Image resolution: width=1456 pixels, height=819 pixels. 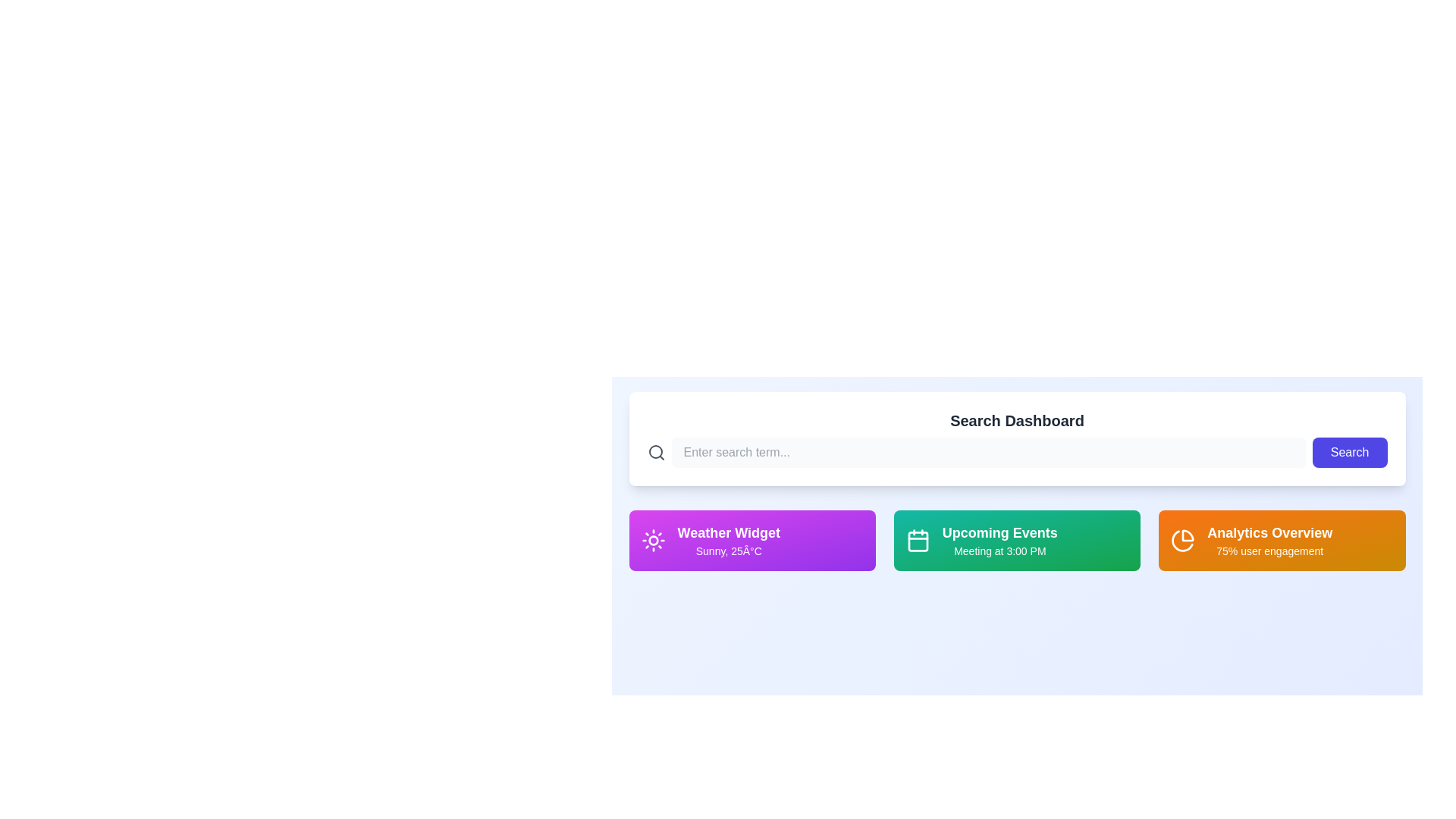 What do you see at coordinates (653, 540) in the screenshot?
I see `the sun icon representing sunny weather, which is located in the 'Weather Widget' card, to the left of the title 'Weather Widget' and the weather description text 'Sunny, 25°C'` at bounding box center [653, 540].